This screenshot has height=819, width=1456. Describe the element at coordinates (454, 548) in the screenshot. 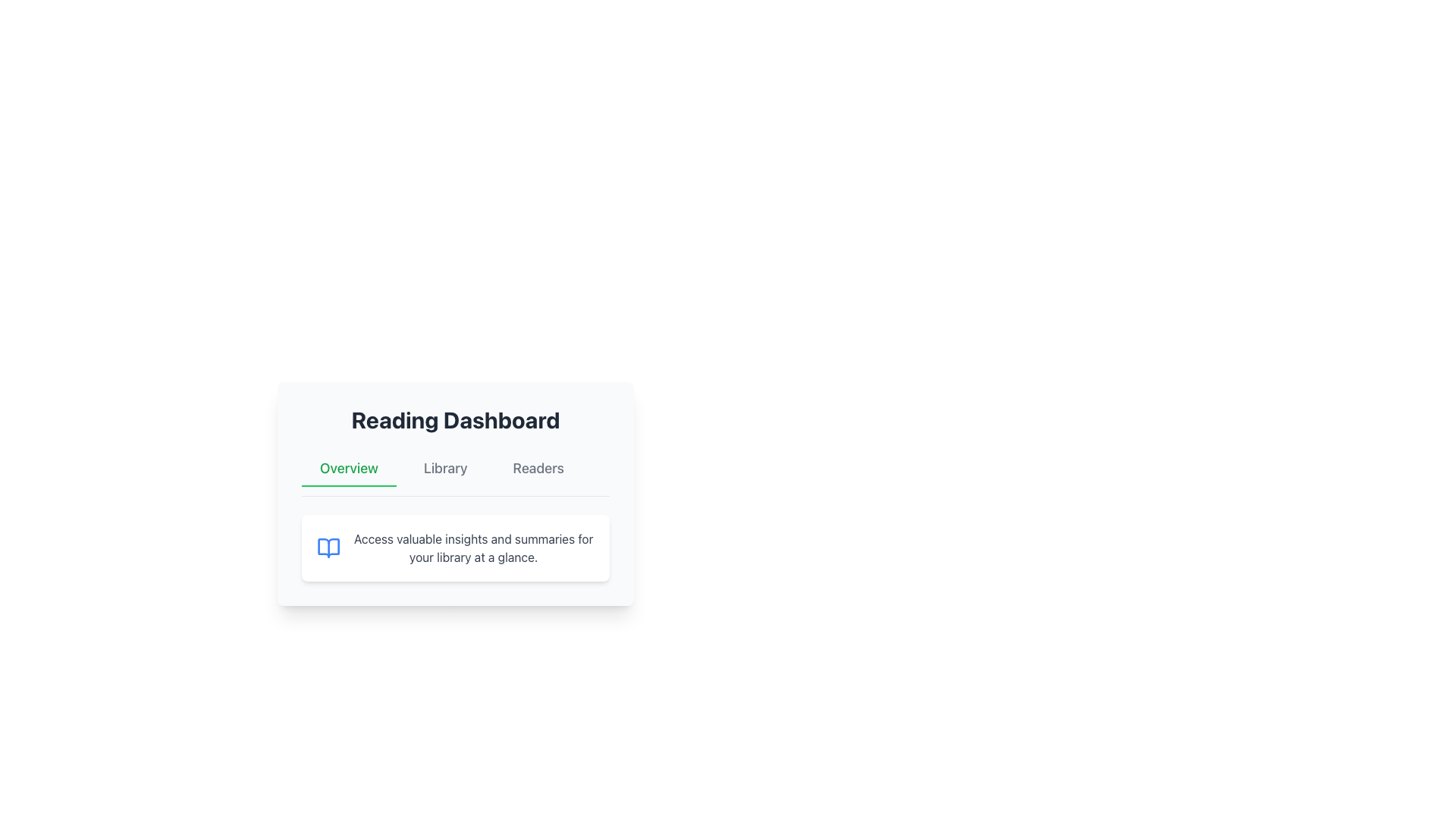

I see `the white rectangular card element with a blue open book icon and the text 'Access valuable insights and summaries for your library at a glance.' located in the middle portion of the 'Reading Dashboard.'` at that location.